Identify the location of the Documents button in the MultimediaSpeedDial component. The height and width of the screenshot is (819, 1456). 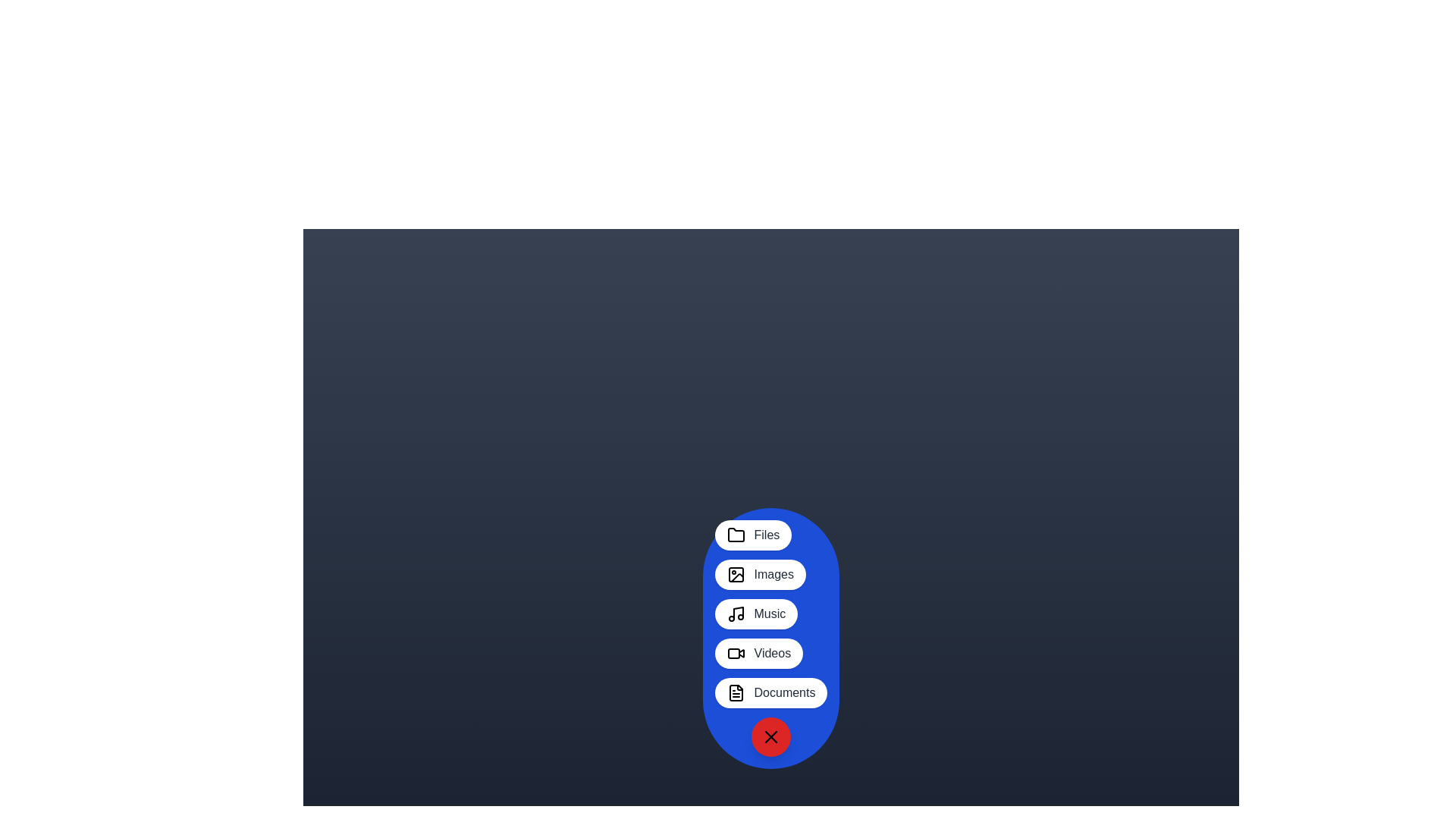
(771, 693).